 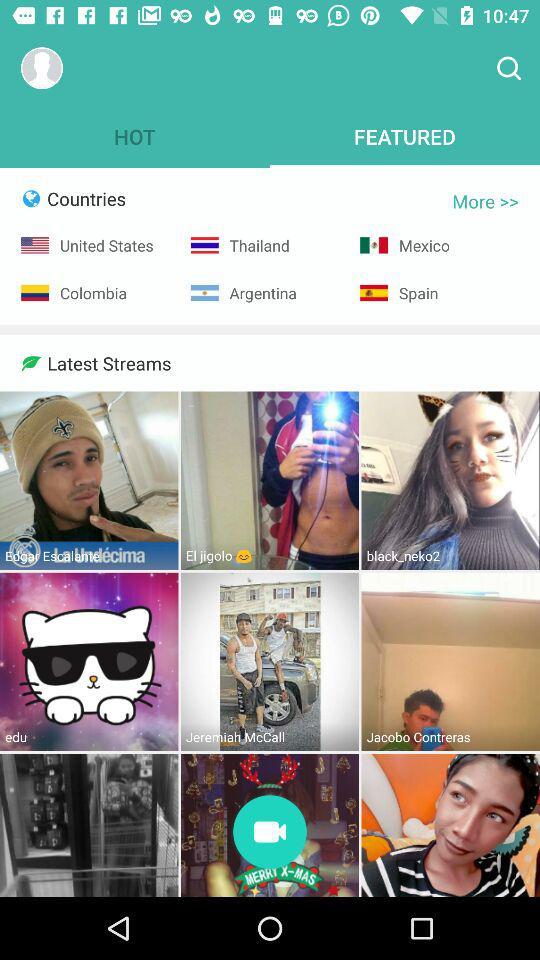 I want to click on profile information, so click(x=42, y=68).